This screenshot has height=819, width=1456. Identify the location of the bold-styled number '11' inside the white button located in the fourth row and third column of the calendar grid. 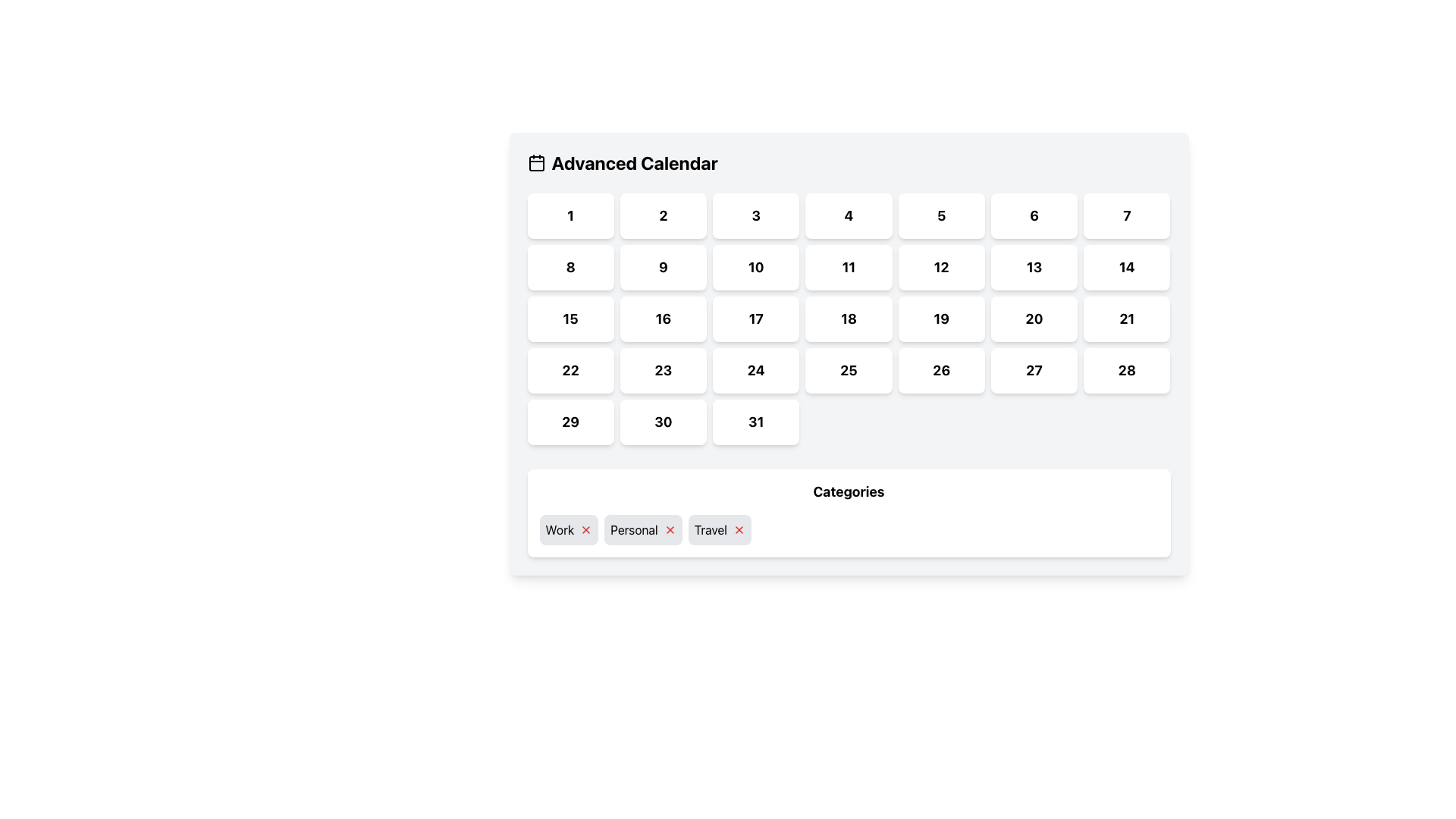
(848, 266).